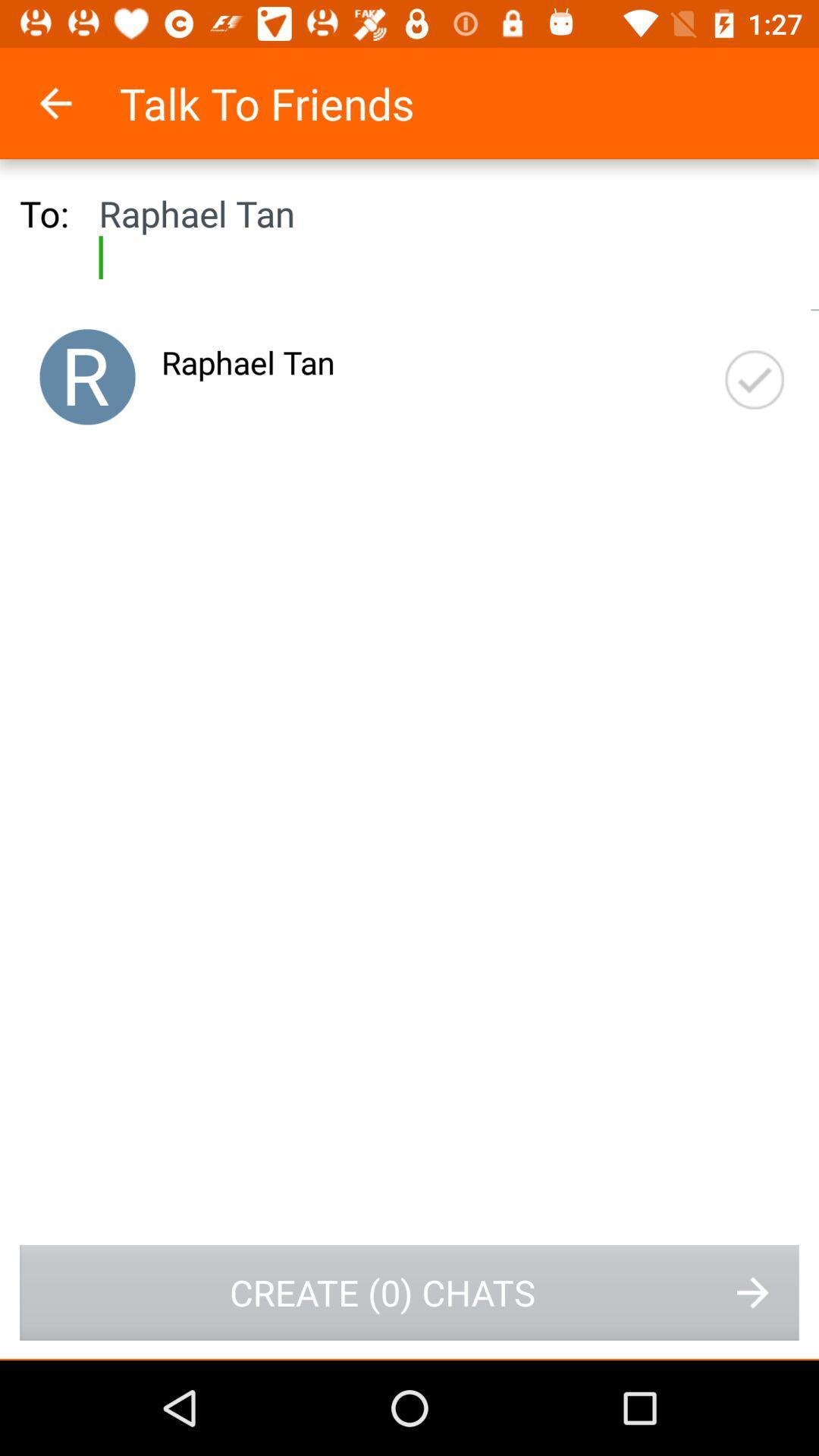 The image size is (819, 1456). Describe the element at coordinates (87, 377) in the screenshot. I see `user avatar` at that location.